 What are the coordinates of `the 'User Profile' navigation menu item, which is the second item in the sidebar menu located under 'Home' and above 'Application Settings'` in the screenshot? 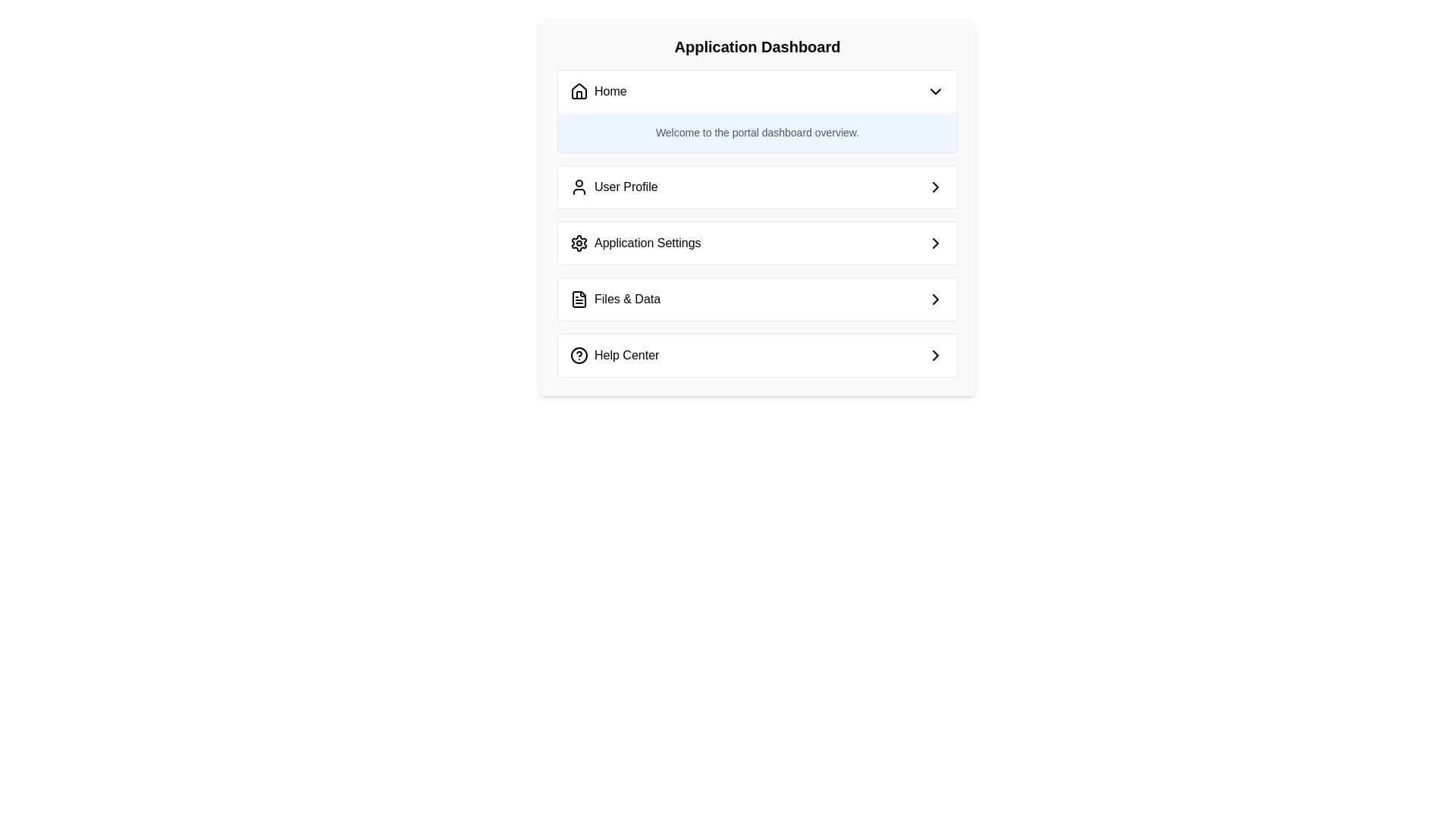 It's located at (613, 186).